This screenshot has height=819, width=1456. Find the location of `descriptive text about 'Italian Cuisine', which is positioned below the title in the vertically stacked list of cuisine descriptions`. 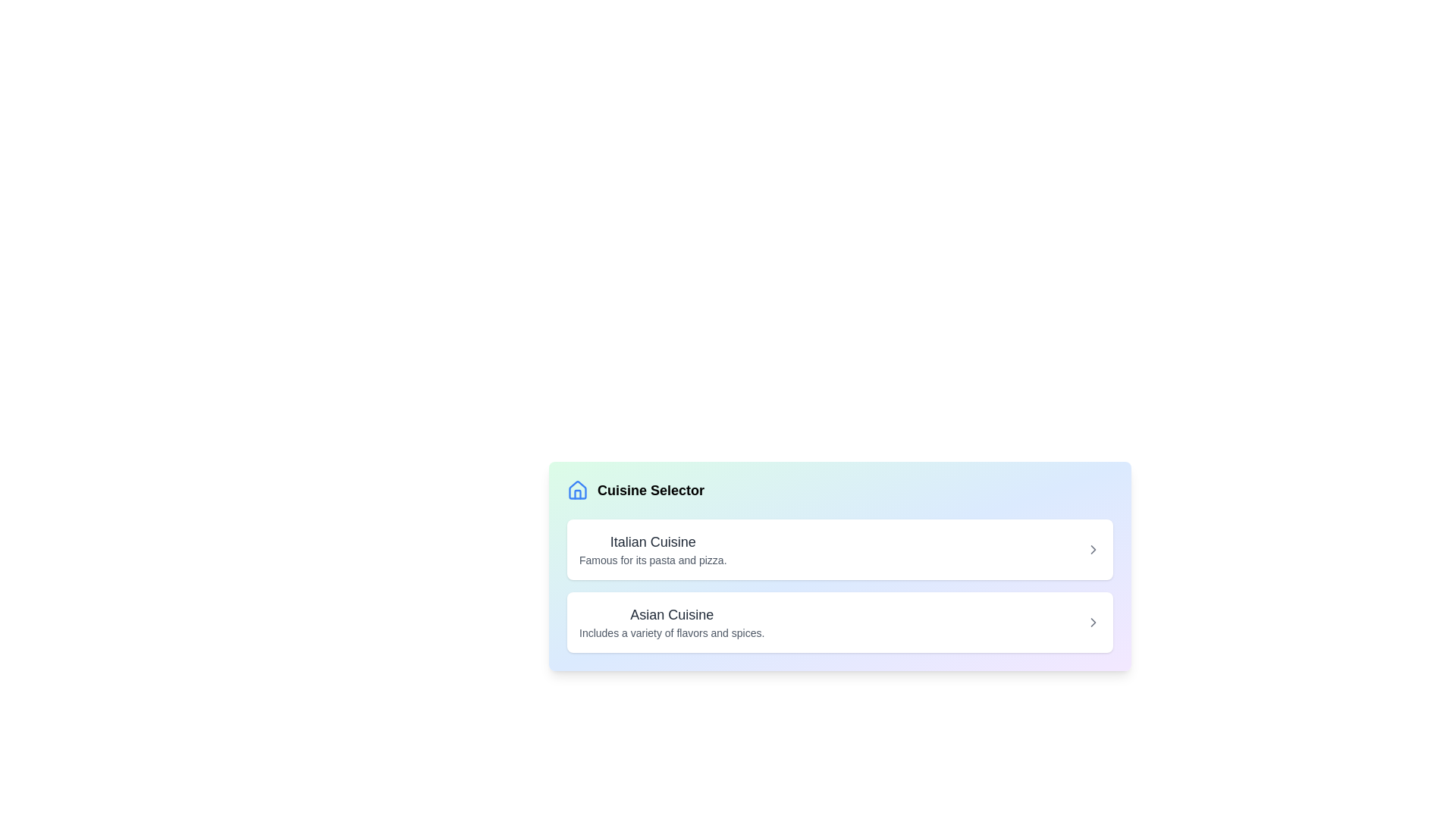

descriptive text about 'Italian Cuisine', which is positioned below the title in the vertically stacked list of cuisine descriptions is located at coordinates (653, 560).